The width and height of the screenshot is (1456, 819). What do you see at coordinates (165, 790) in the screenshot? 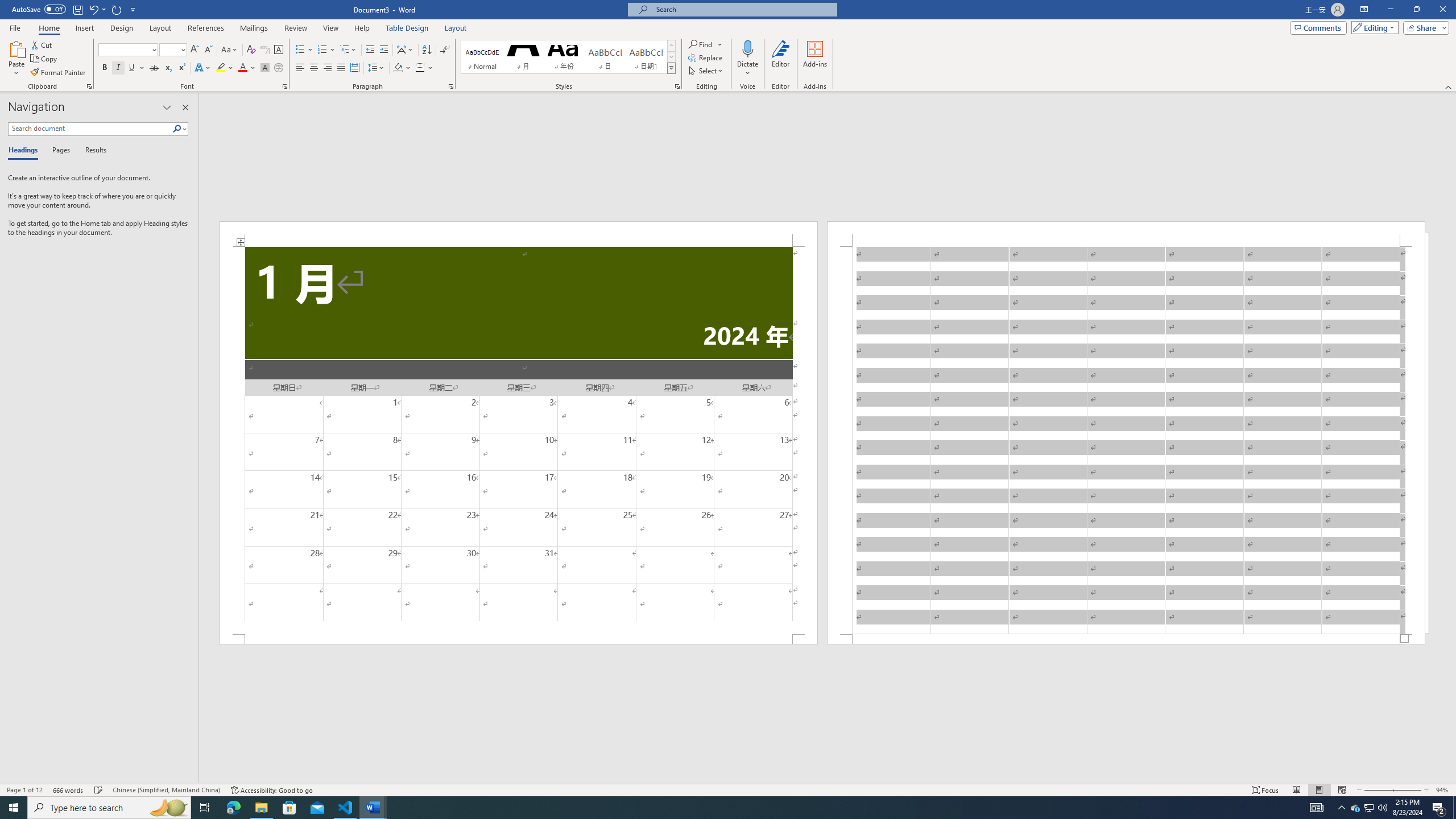
I see `'Language Chinese (Simplified, Mainland China)'` at bounding box center [165, 790].